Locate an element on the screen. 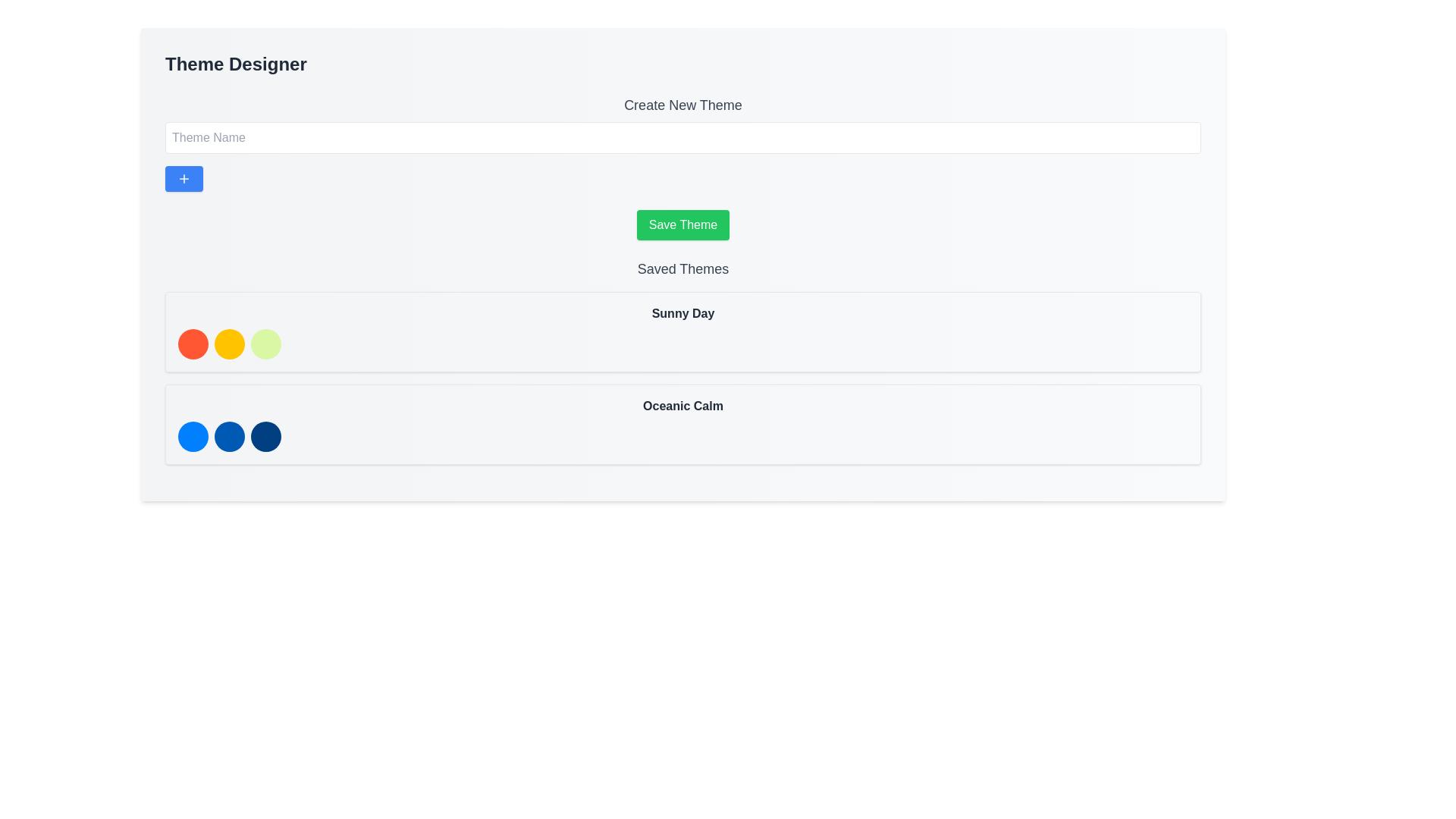  the first light blue circular color indicator in the 'Oceanic Calm' theme section is located at coordinates (192, 436).